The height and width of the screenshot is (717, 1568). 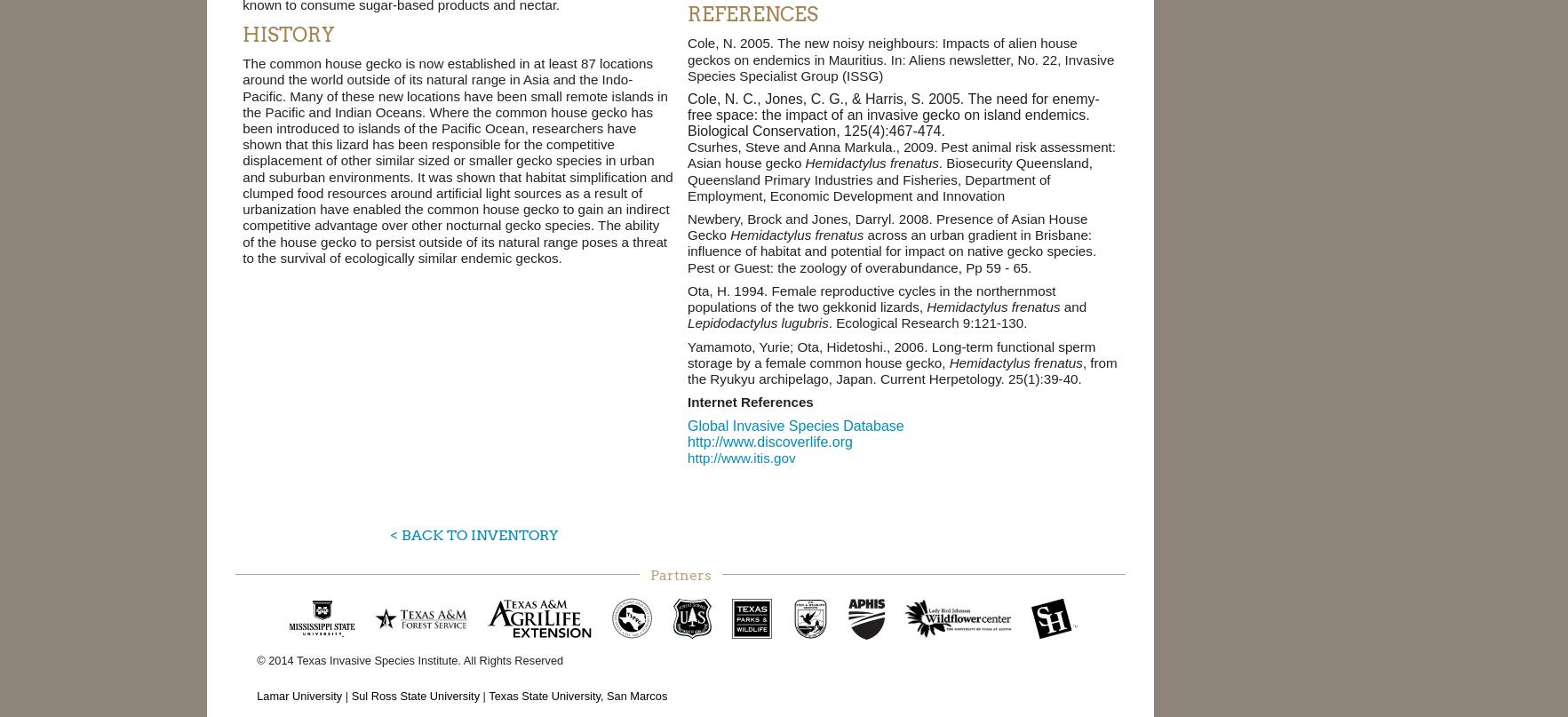 I want to click on '< Back to Inventory', so click(x=474, y=533).